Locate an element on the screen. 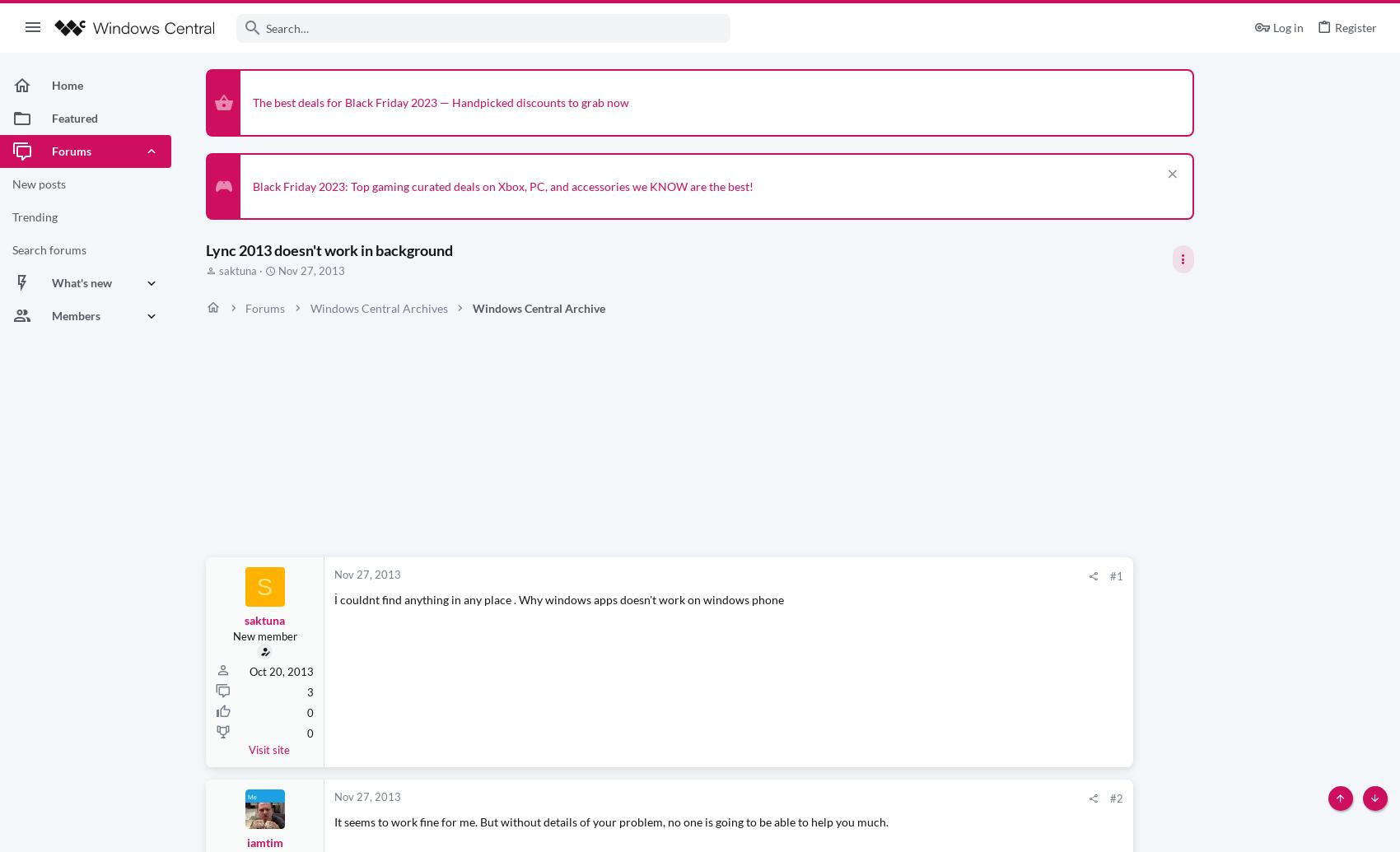  'Oct 20, 2013' is located at coordinates (281, 669).